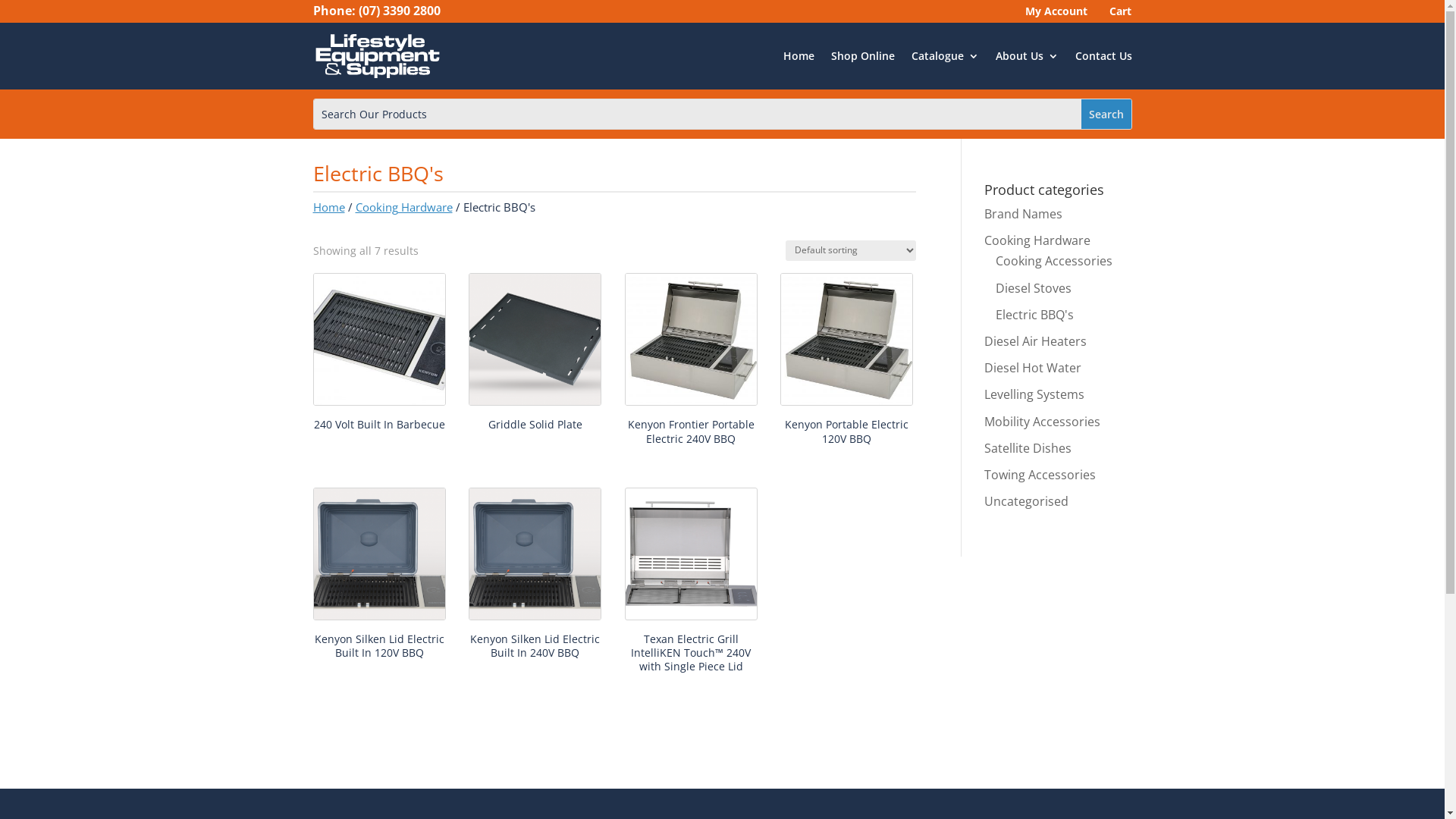 The height and width of the screenshot is (819, 1456). What do you see at coordinates (1053, 259) in the screenshot?
I see `'Cooking Accessories'` at bounding box center [1053, 259].